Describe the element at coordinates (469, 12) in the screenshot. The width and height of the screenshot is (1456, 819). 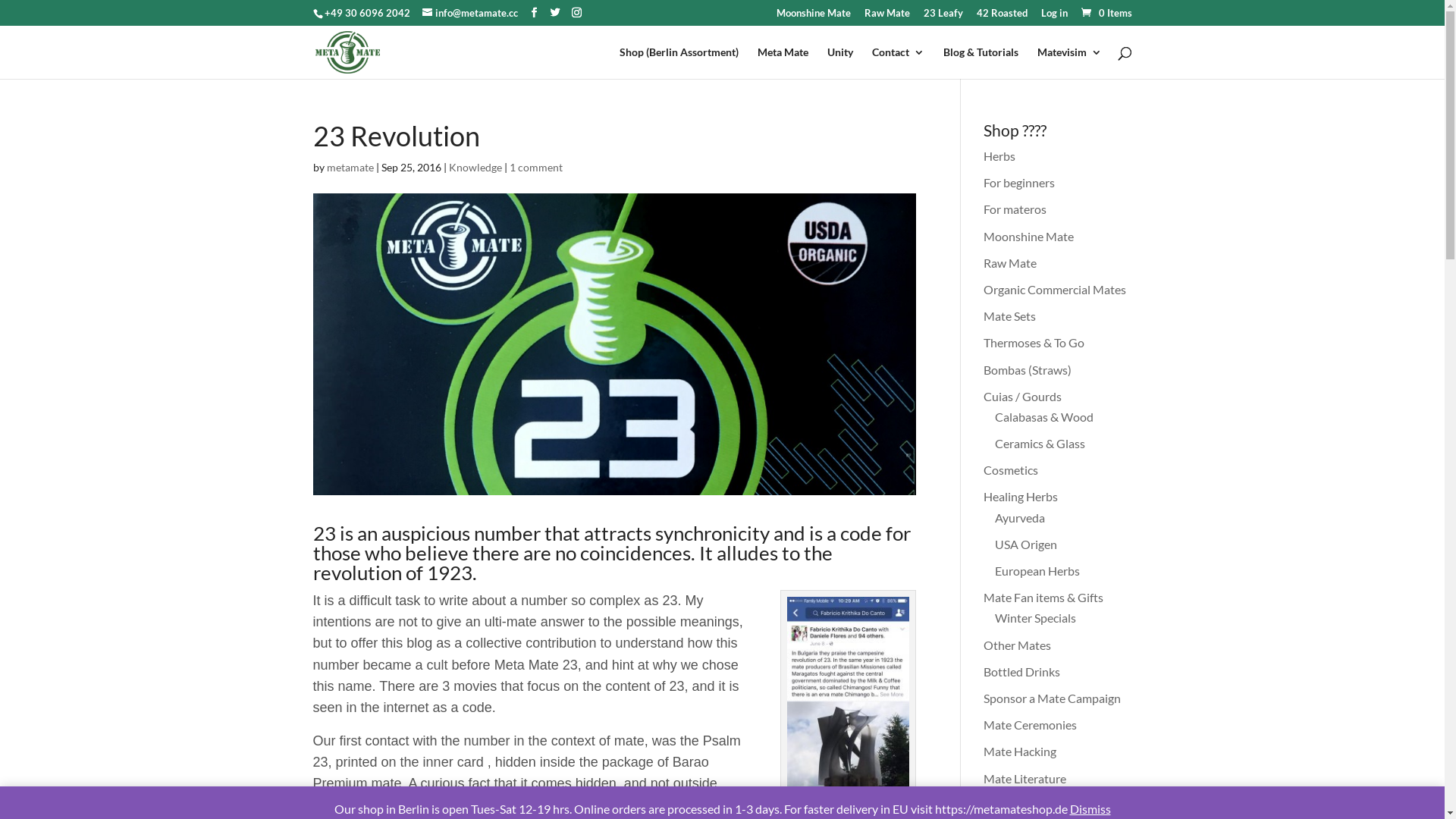
I see `'info@metamate.cc'` at that location.